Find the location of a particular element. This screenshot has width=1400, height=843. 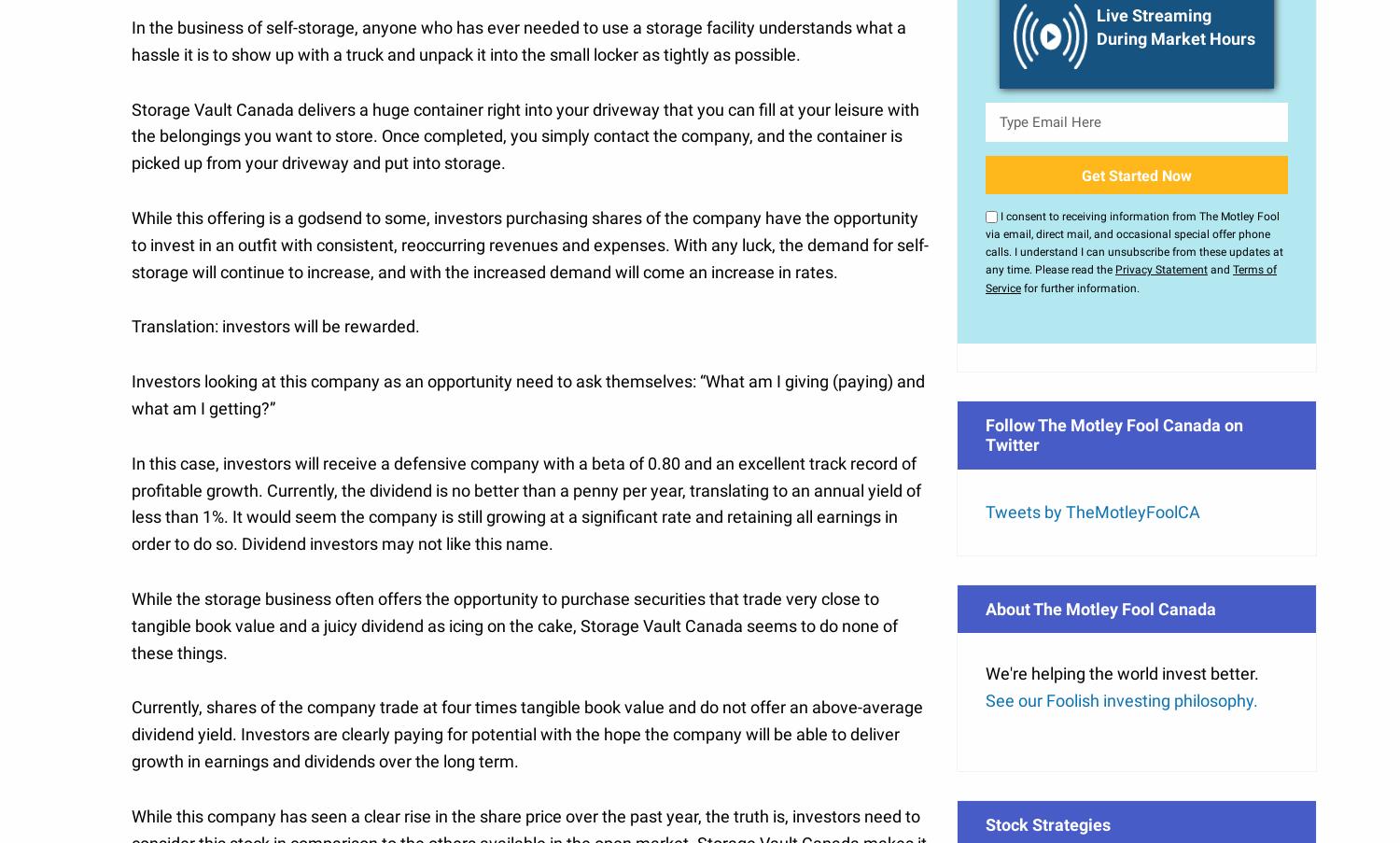

'Stock Advisor' is located at coordinates (1014, 454).